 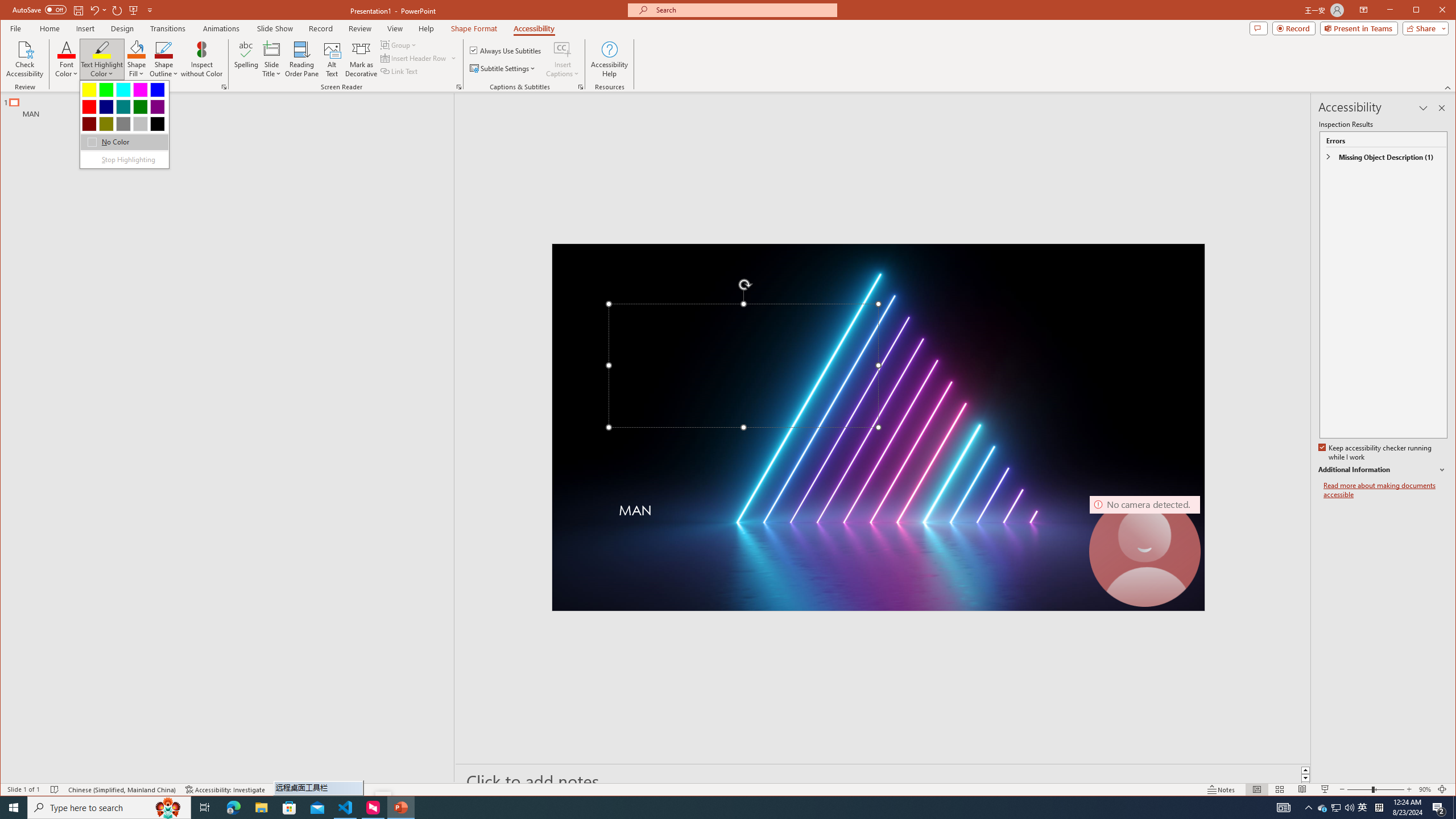 I want to click on 'Keep accessibility checker running while I work', so click(x=1375, y=453).